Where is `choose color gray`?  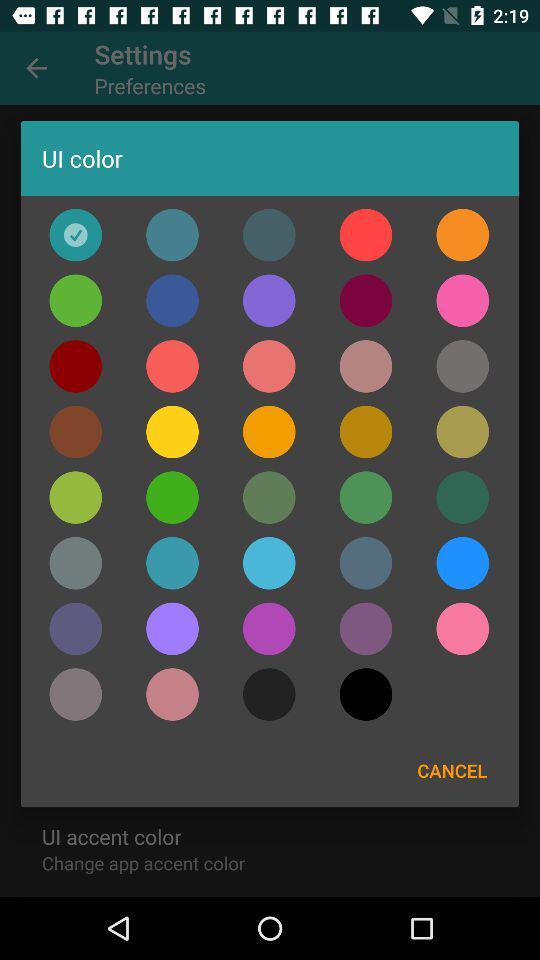 choose color gray is located at coordinates (74, 563).